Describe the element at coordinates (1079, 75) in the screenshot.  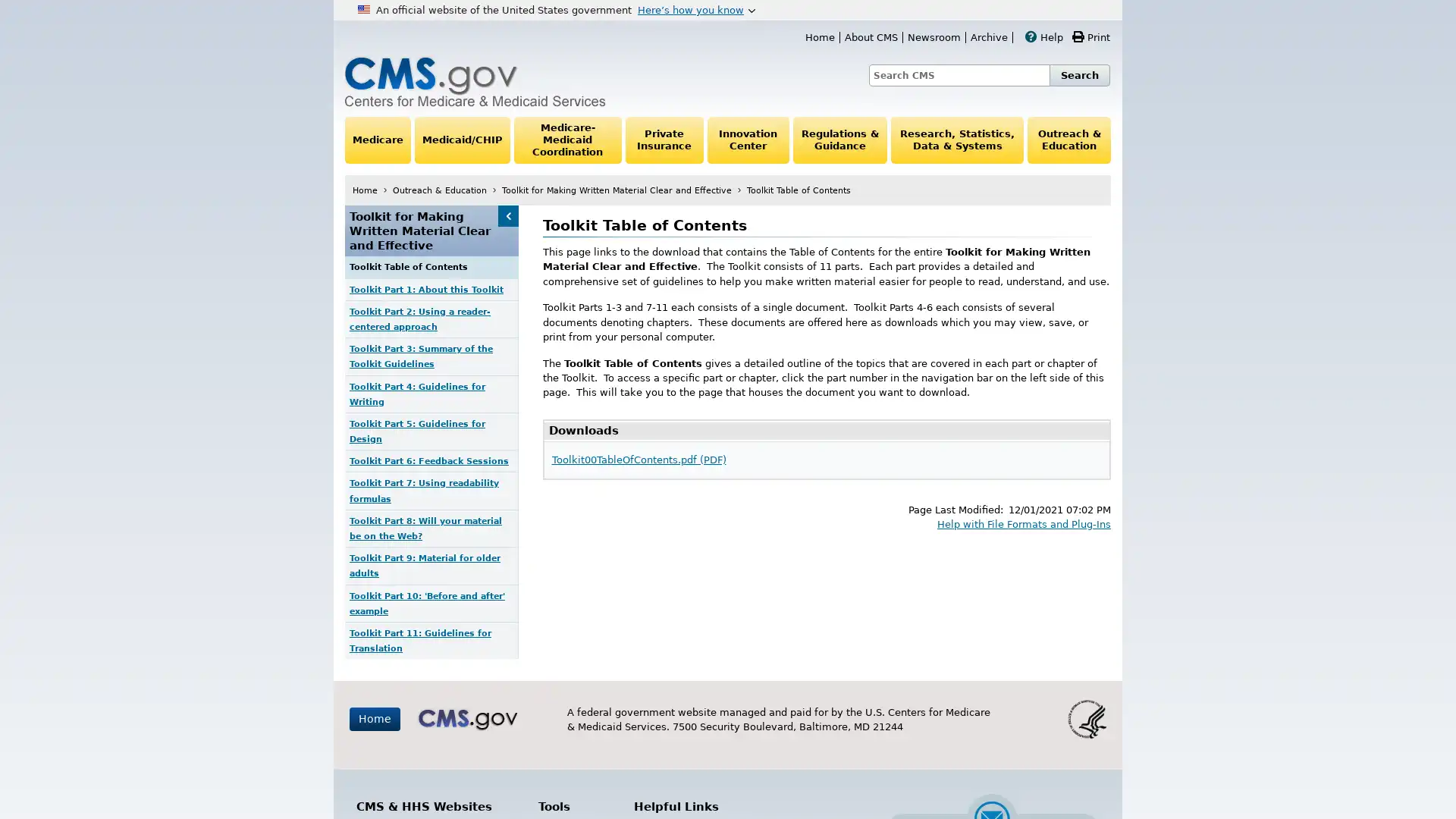
I see `Search` at that location.